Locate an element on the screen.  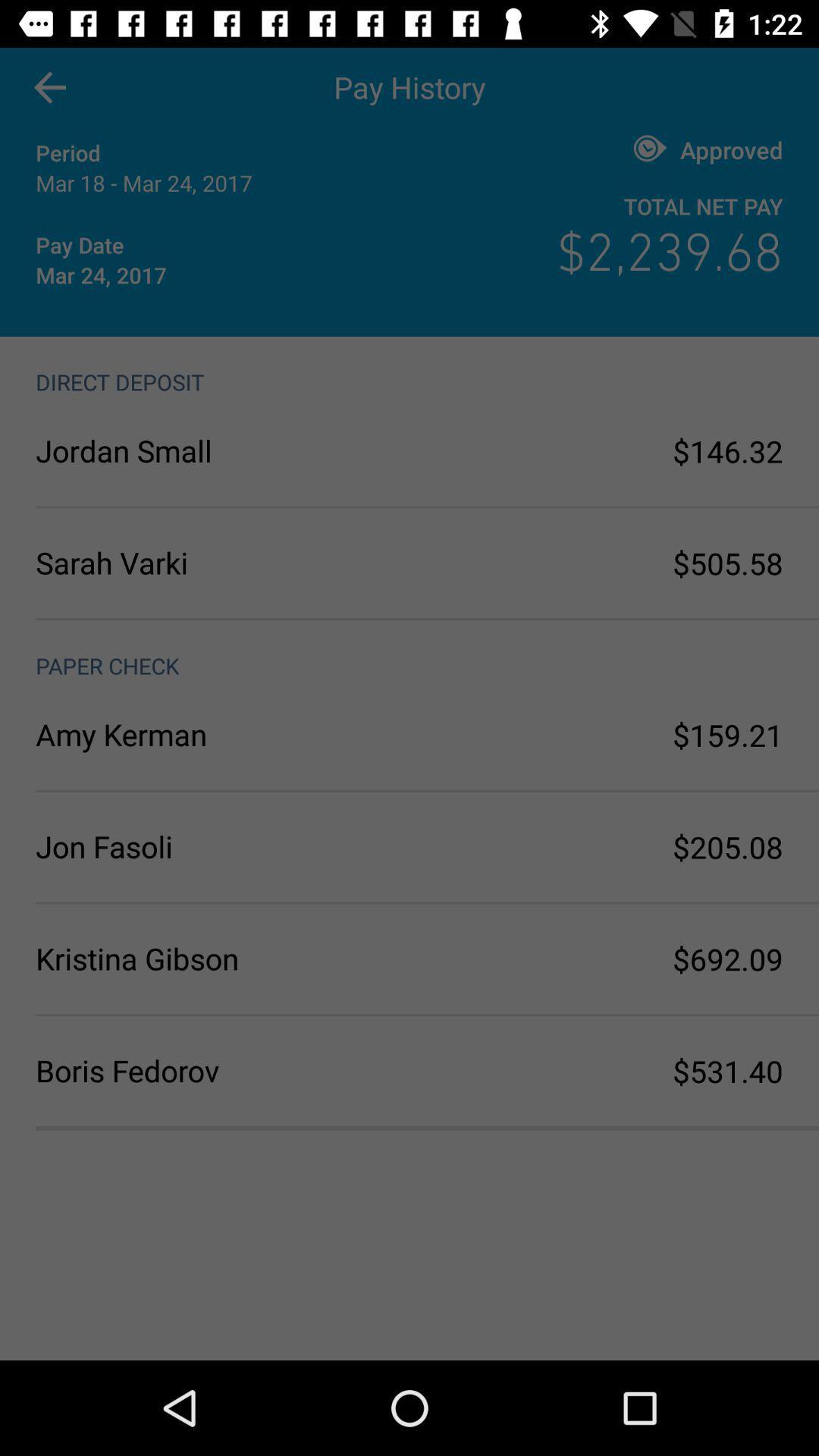
the arrow_backward icon is located at coordinates (49, 86).